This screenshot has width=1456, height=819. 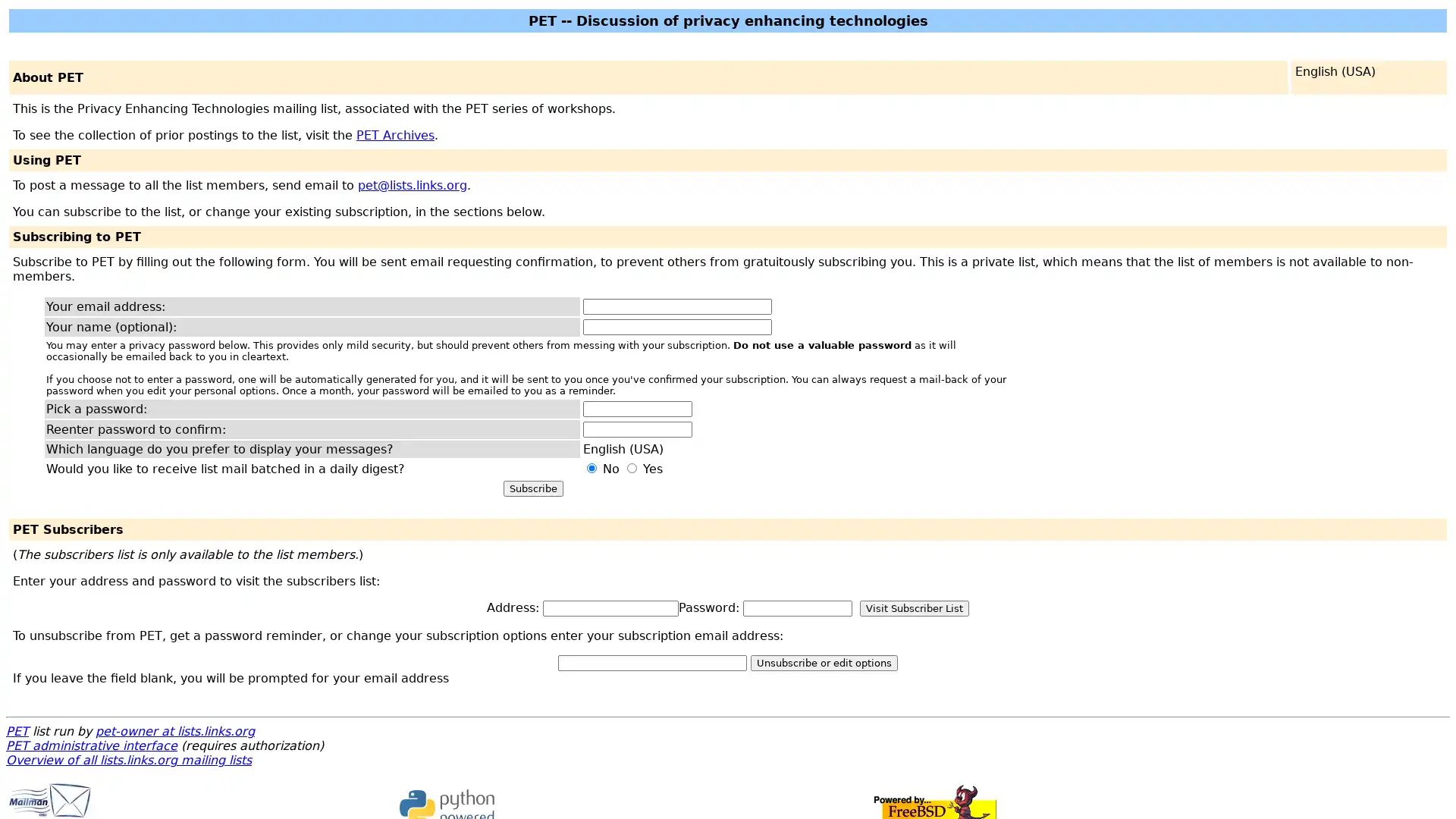 I want to click on Subscribe, so click(x=532, y=488).